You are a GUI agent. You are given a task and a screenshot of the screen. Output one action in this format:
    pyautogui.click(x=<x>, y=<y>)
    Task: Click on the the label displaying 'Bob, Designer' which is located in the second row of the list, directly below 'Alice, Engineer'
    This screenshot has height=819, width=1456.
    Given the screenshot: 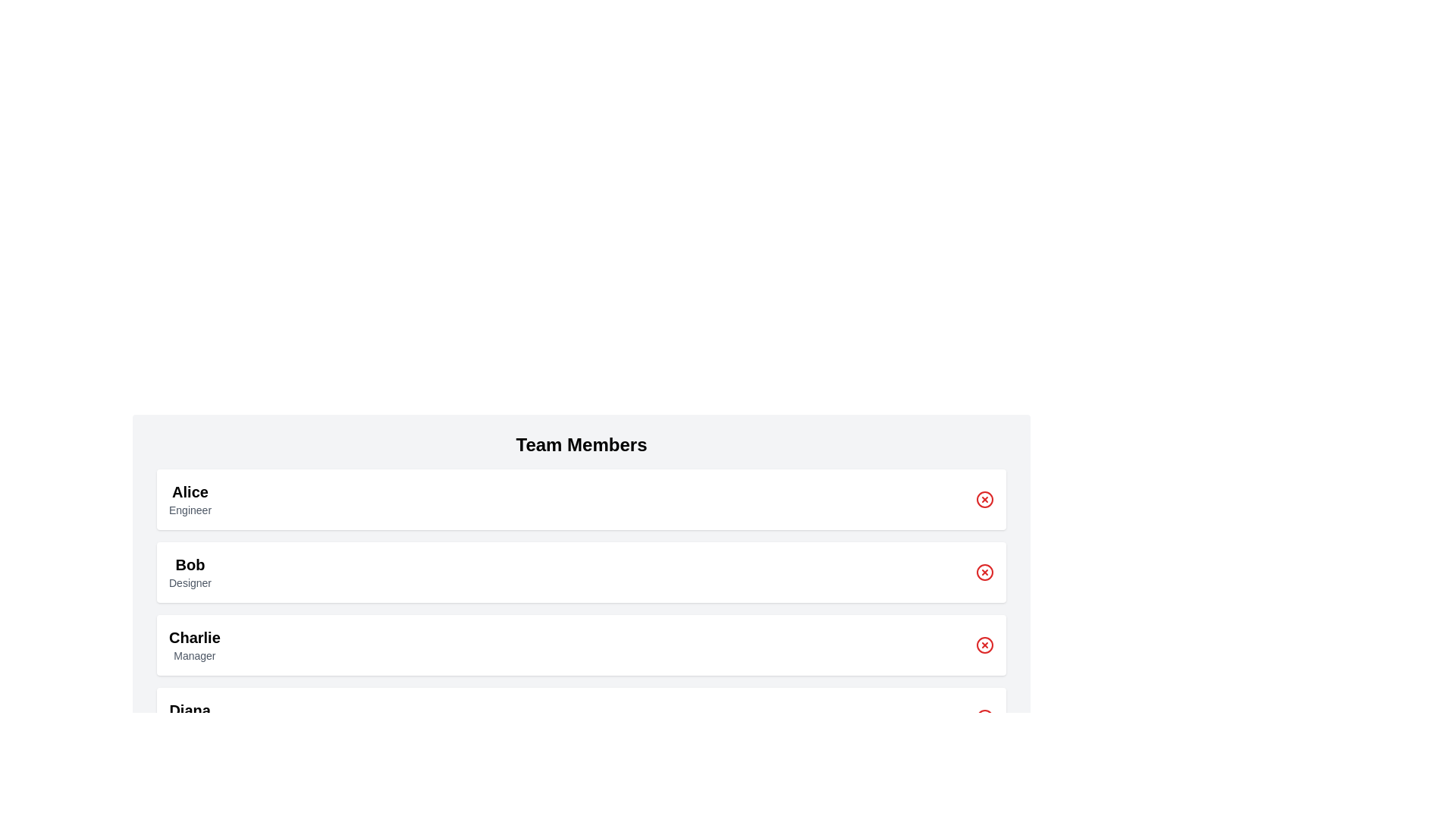 What is the action you would take?
    pyautogui.click(x=189, y=573)
    